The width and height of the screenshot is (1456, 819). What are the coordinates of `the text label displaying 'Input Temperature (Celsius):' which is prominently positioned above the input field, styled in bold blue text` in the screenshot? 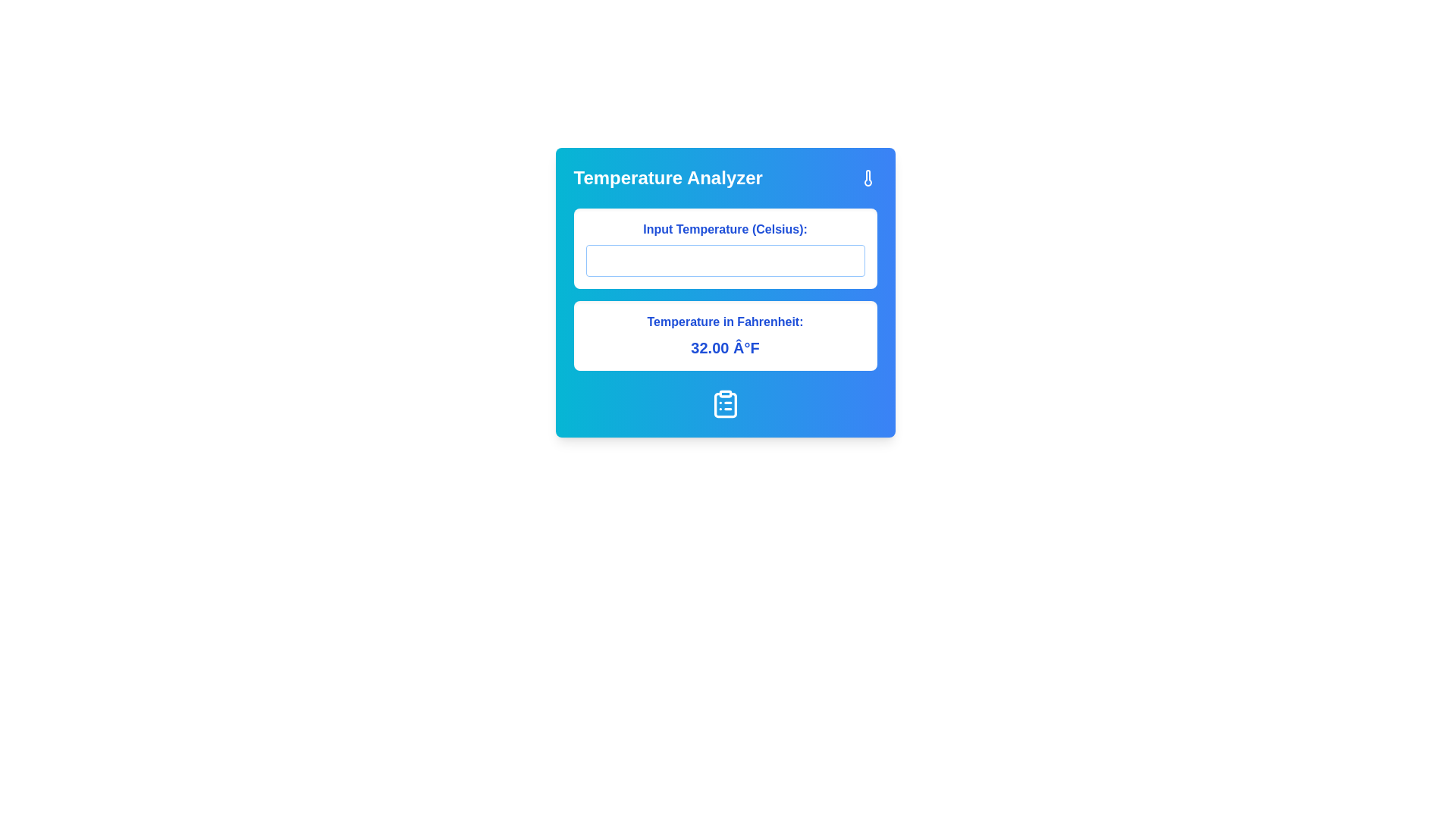 It's located at (724, 230).